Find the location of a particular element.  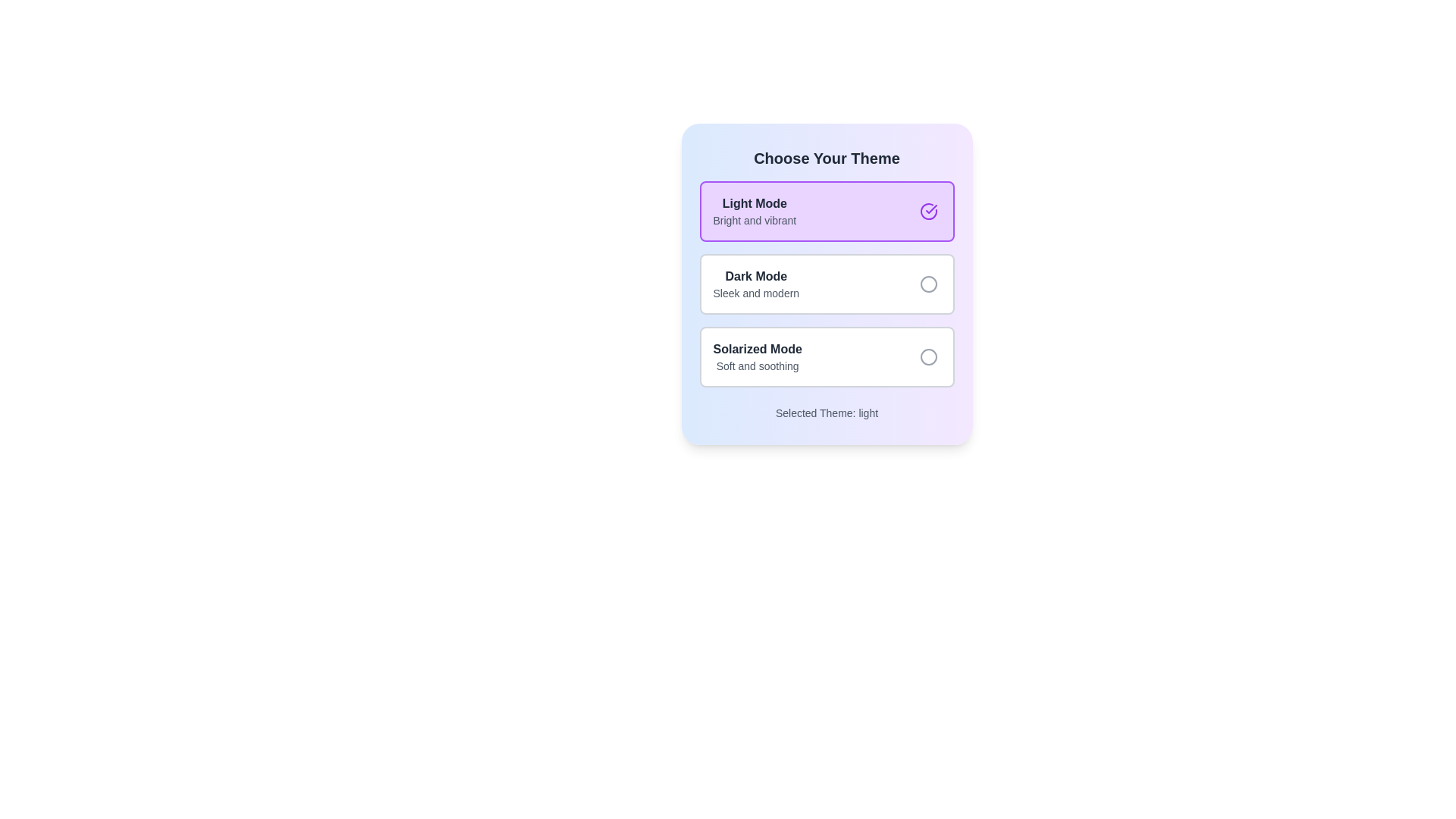

the third option card labeled 'Solarized Mode' in the 'Choose Your Theme' section is located at coordinates (826, 356).